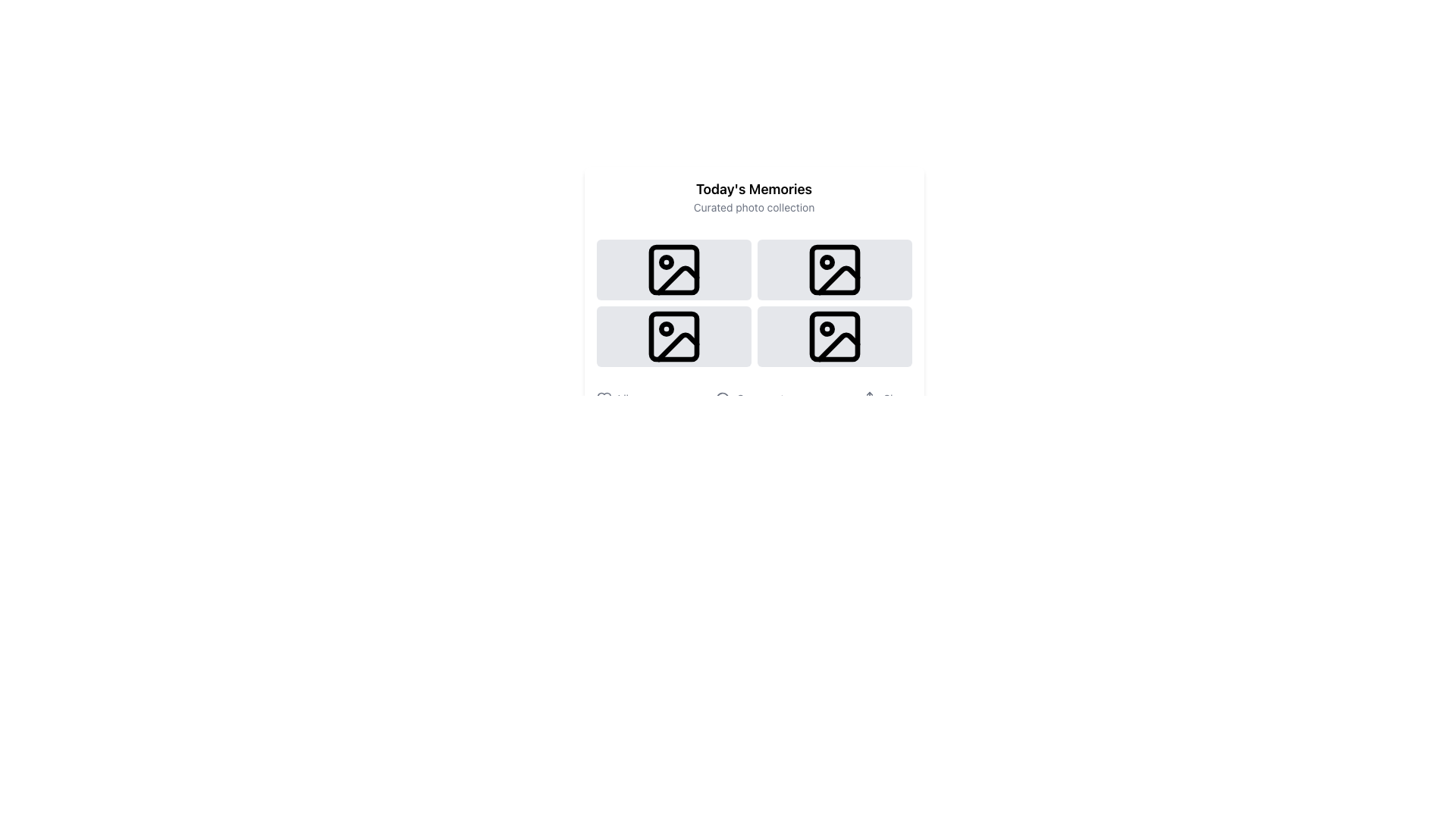 The height and width of the screenshot is (819, 1456). Describe the element at coordinates (666, 262) in the screenshot. I see `the small circular decorative element within the top-left image placeholder icon in the SVG grid` at that location.